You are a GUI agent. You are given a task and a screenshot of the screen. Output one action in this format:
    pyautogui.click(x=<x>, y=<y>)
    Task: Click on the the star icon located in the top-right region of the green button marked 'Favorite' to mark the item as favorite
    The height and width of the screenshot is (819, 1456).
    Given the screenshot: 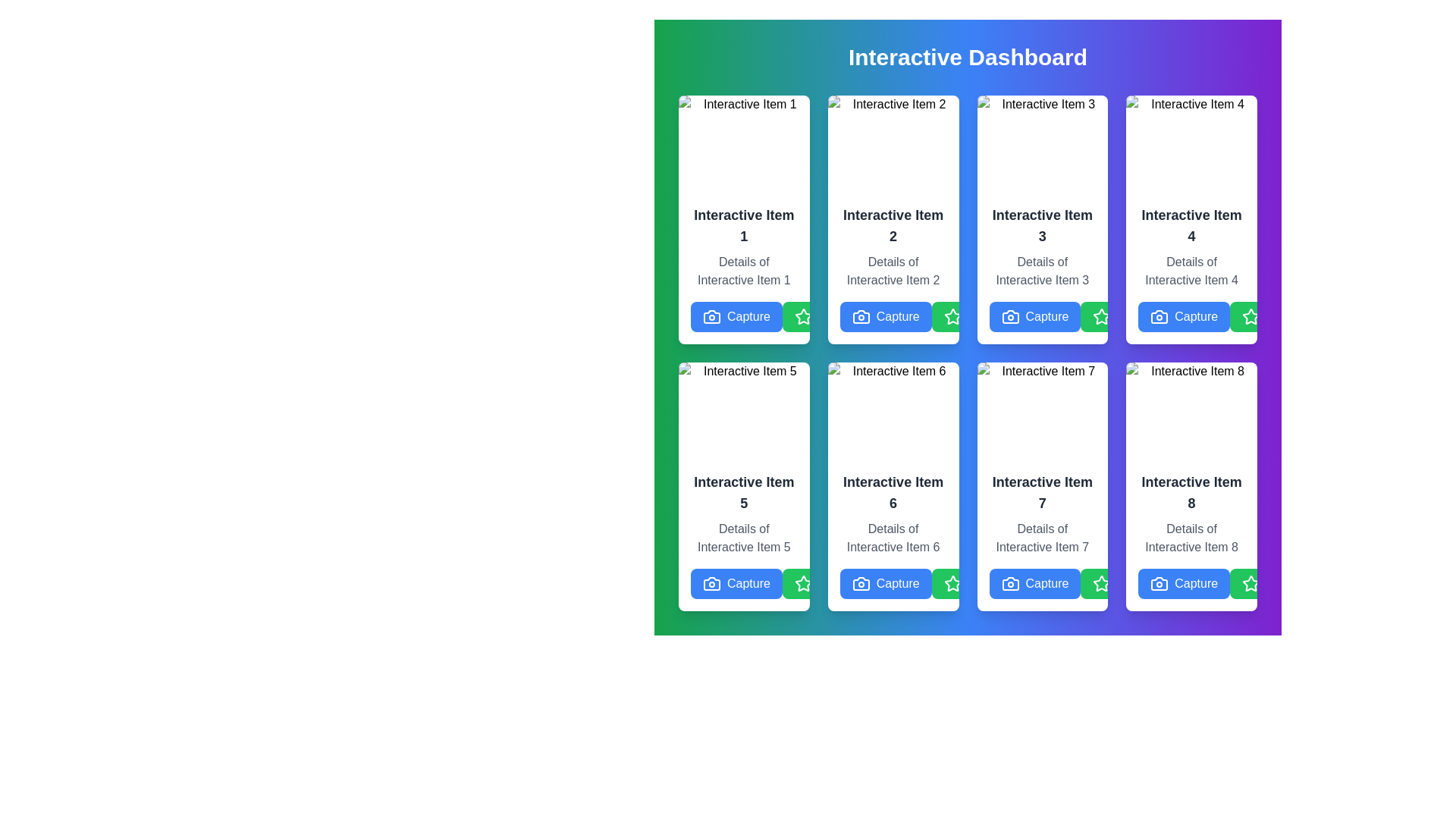 What is the action you would take?
    pyautogui.click(x=952, y=315)
    